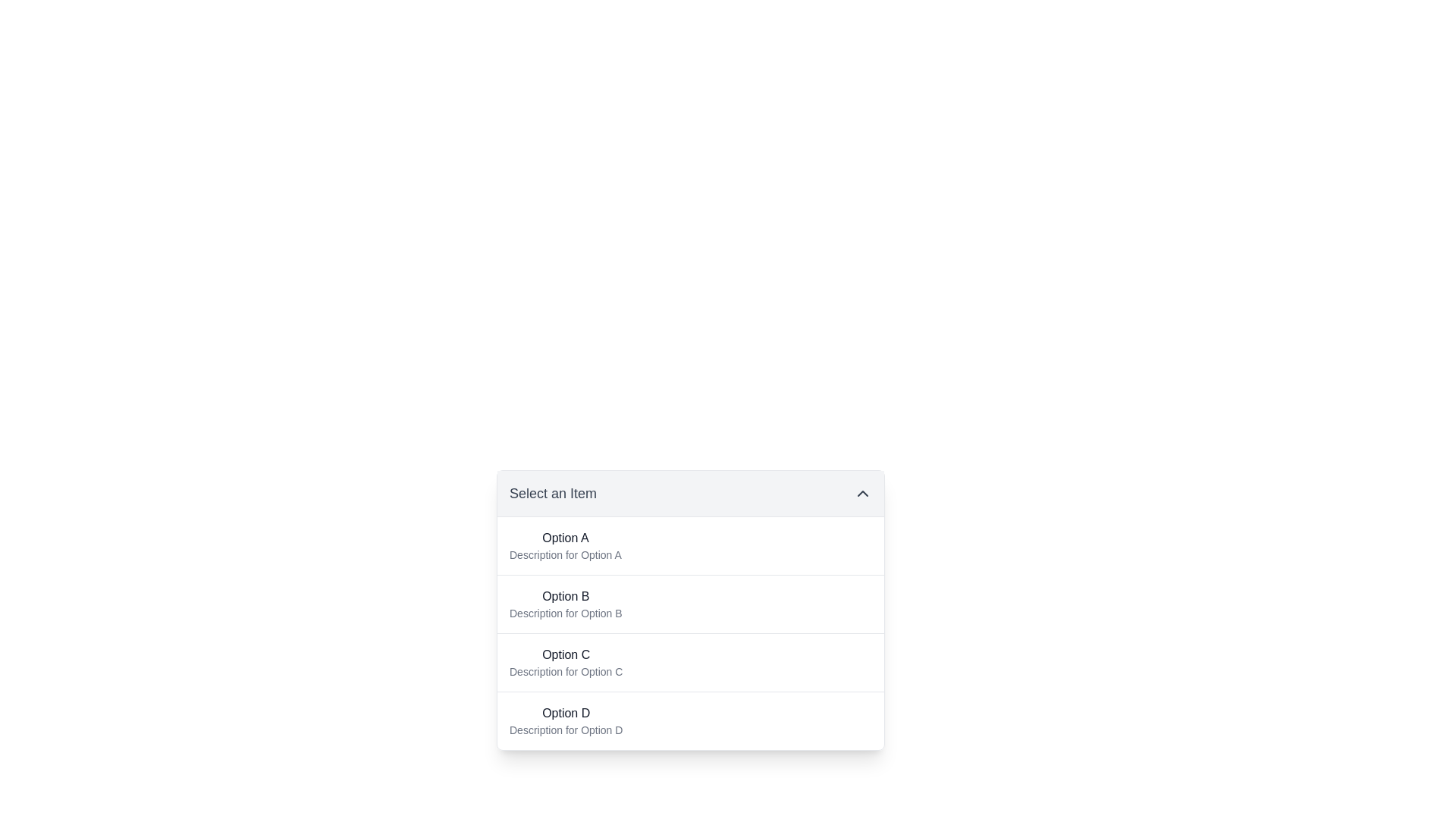 The height and width of the screenshot is (819, 1456). Describe the element at coordinates (565, 613) in the screenshot. I see `the static text providing additional detail for 'Option B' located within the dropdown list` at that location.